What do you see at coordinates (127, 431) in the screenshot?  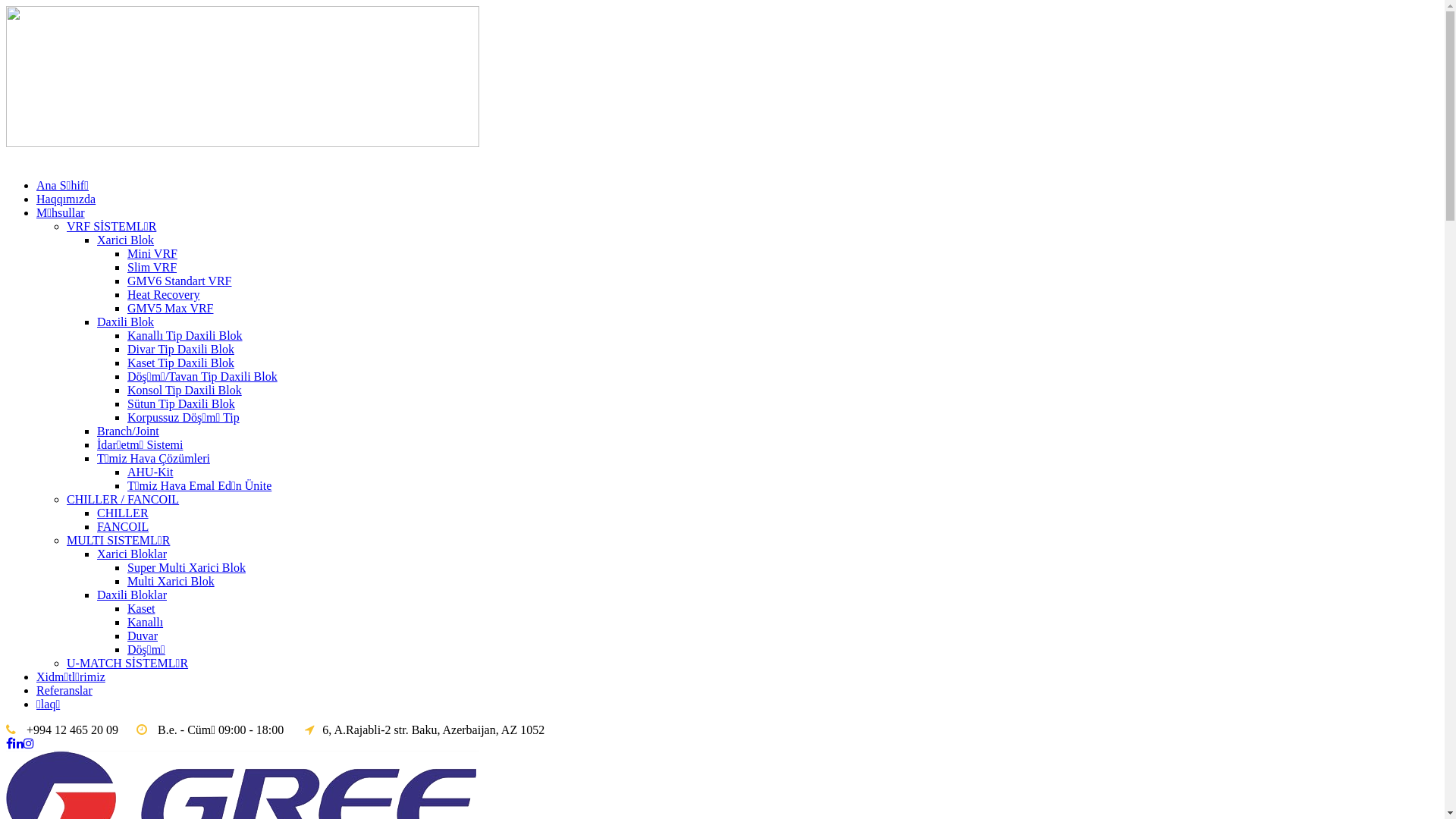 I see `'Branch/Joint'` at bounding box center [127, 431].